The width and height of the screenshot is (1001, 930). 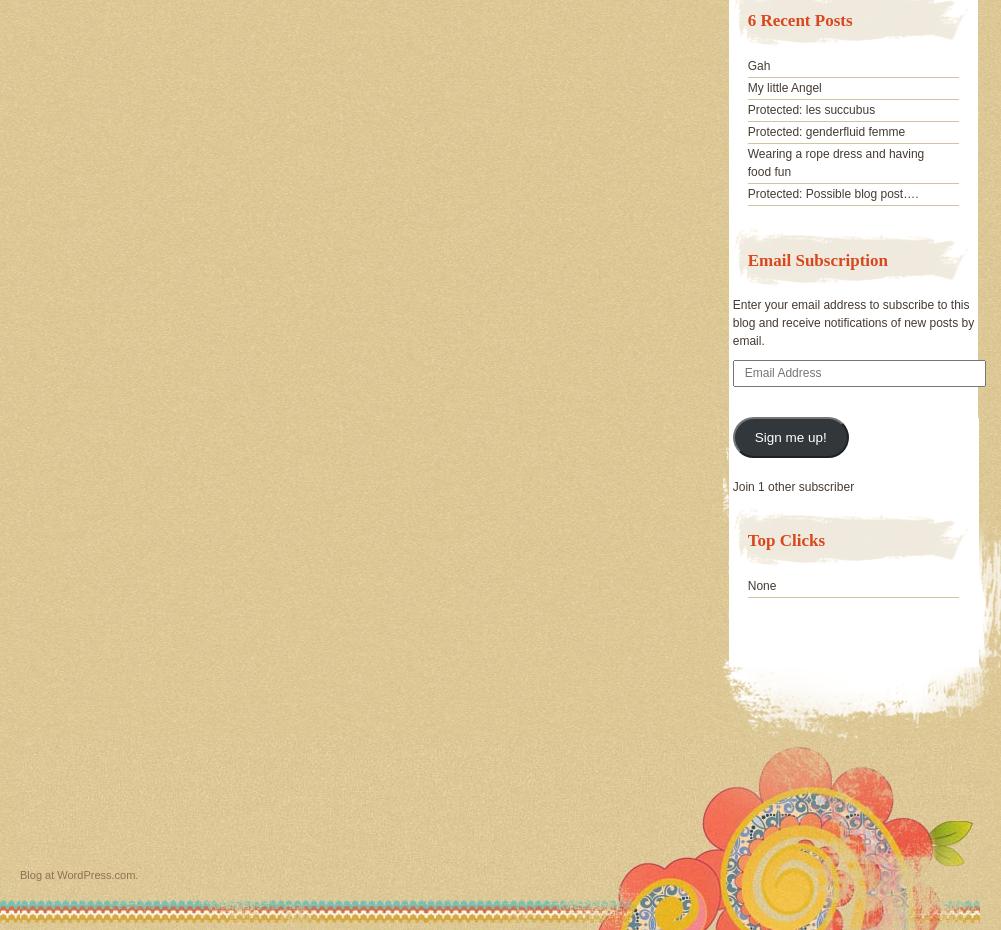 What do you see at coordinates (732, 321) in the screenshot?
I see `'Enter your email address to subscribe to this blog and receive notifications of new posts by email.'` at bounding box center [732, 321].